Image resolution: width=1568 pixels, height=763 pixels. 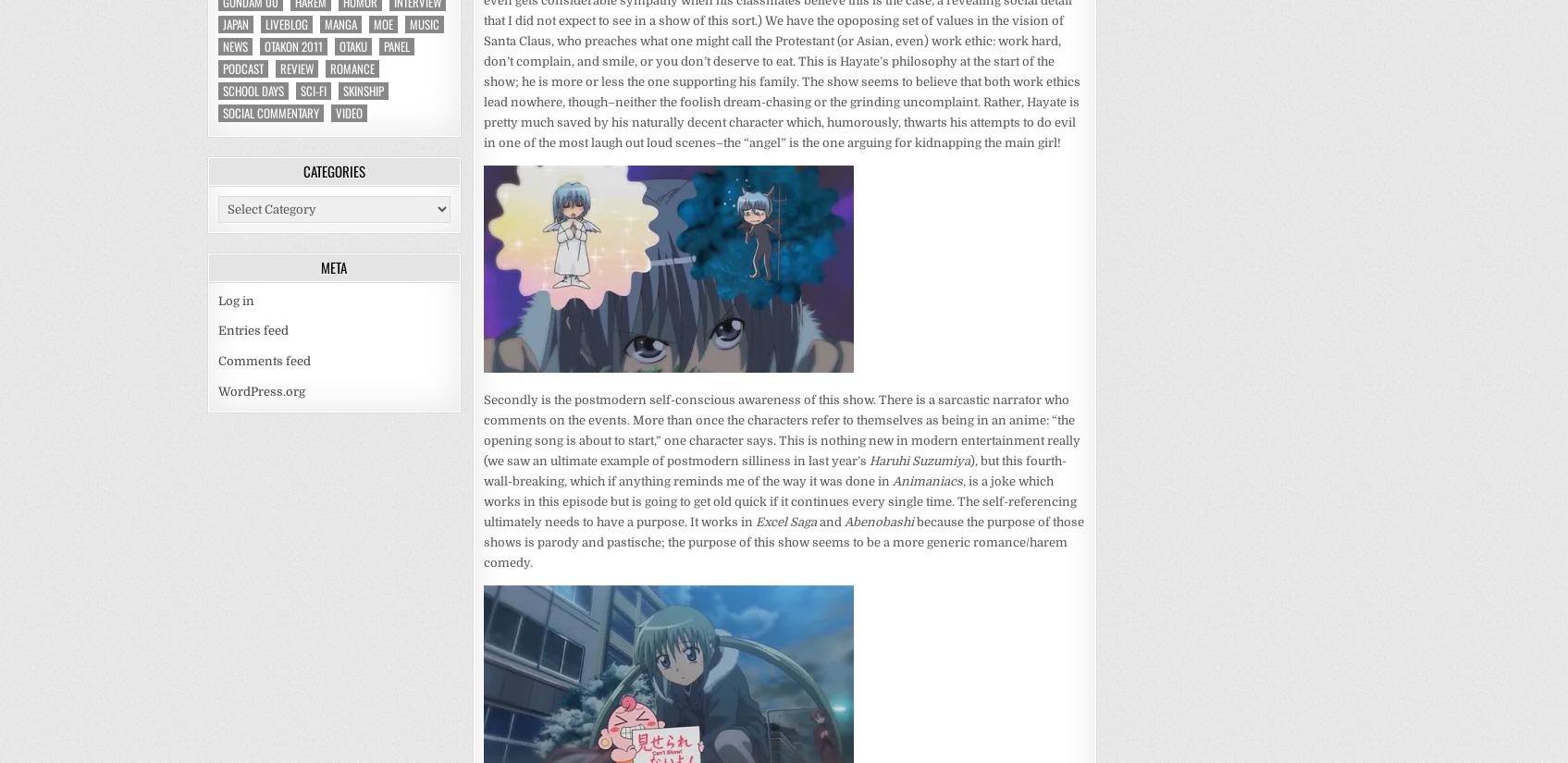 I want to click on 'review', so click(x=296, y=67).